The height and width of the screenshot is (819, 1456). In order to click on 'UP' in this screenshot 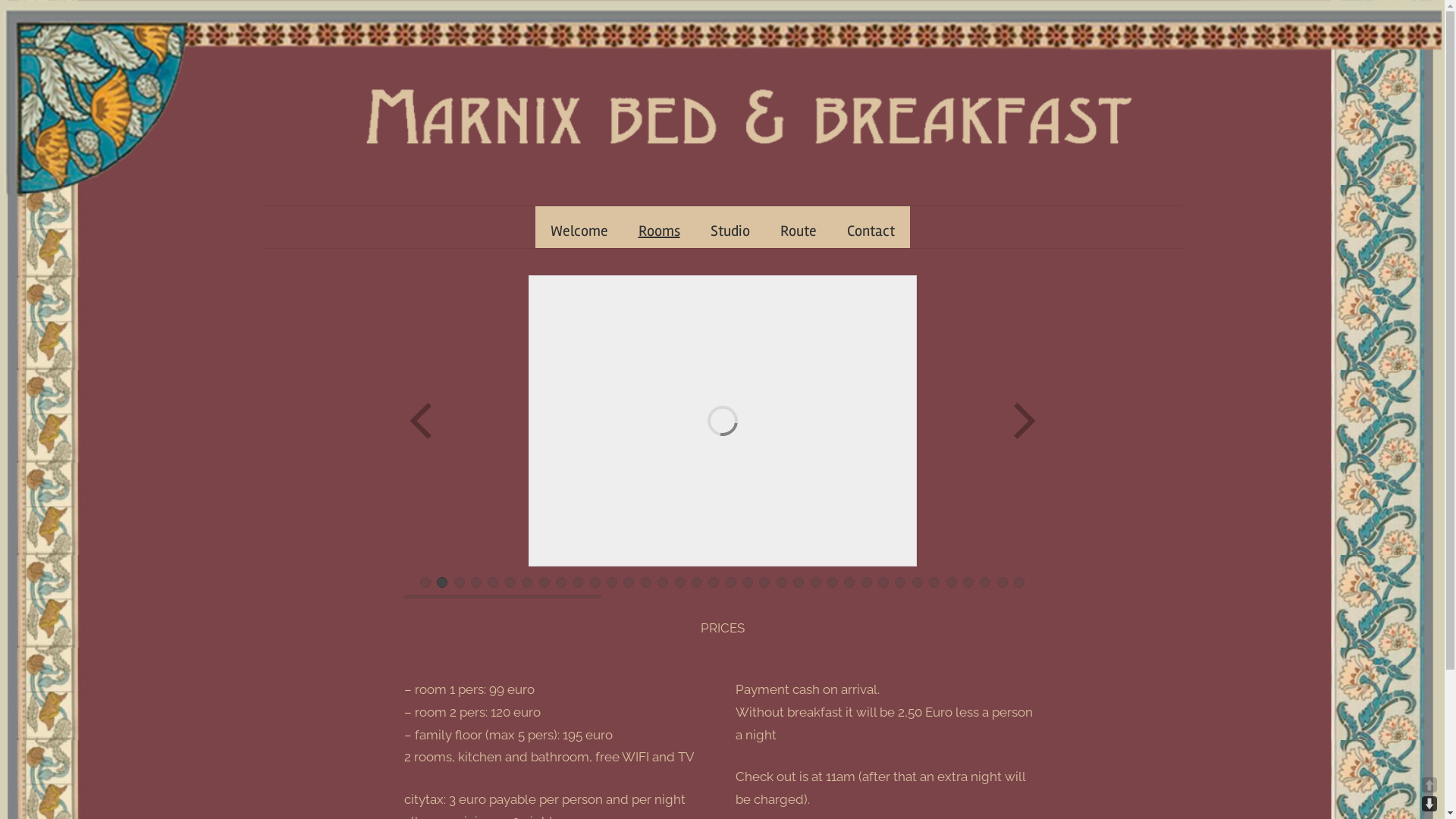, I will do `click(1429, 784)`.